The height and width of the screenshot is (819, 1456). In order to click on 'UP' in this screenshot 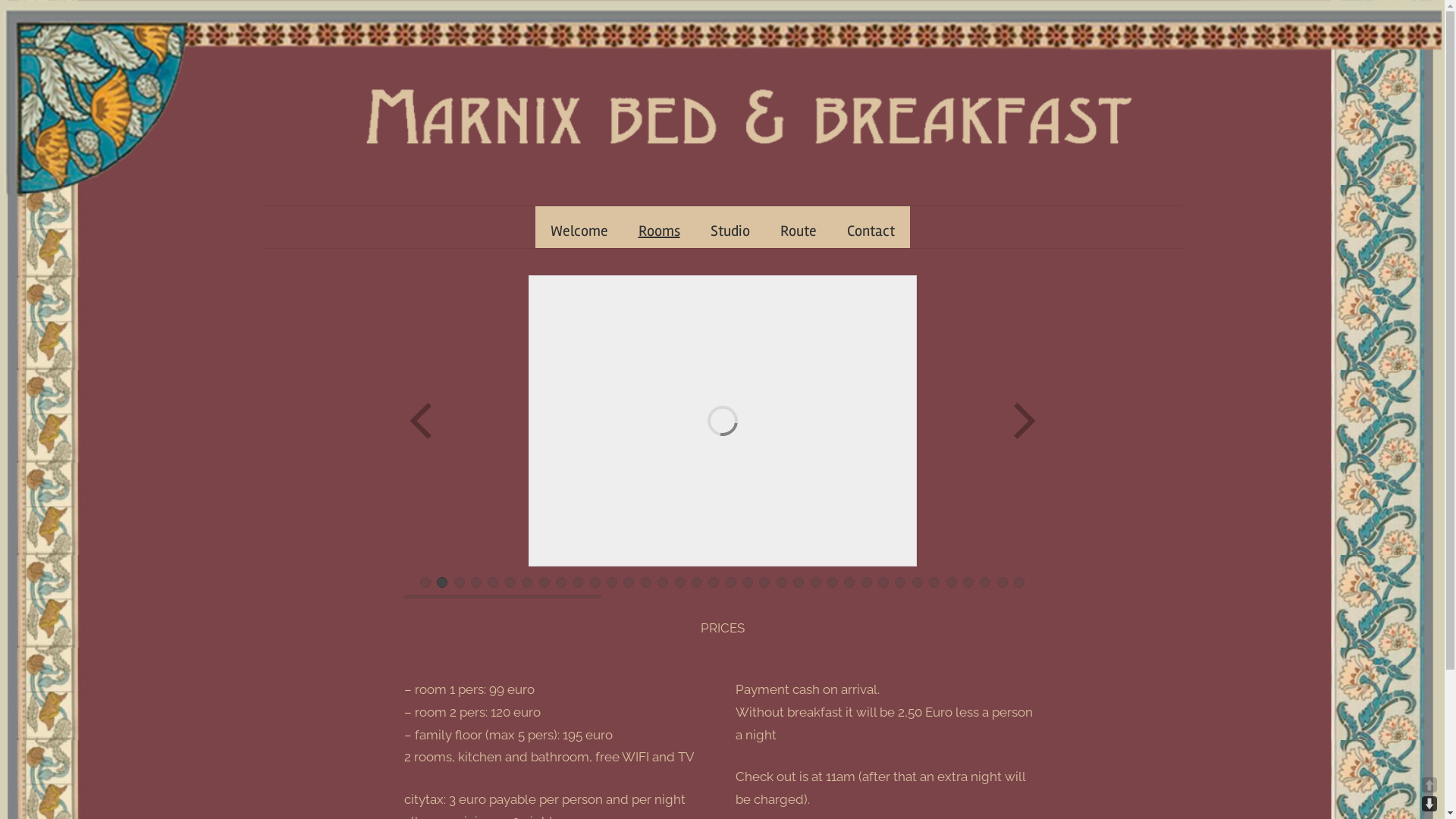, I will do `click(1429, 784)`.